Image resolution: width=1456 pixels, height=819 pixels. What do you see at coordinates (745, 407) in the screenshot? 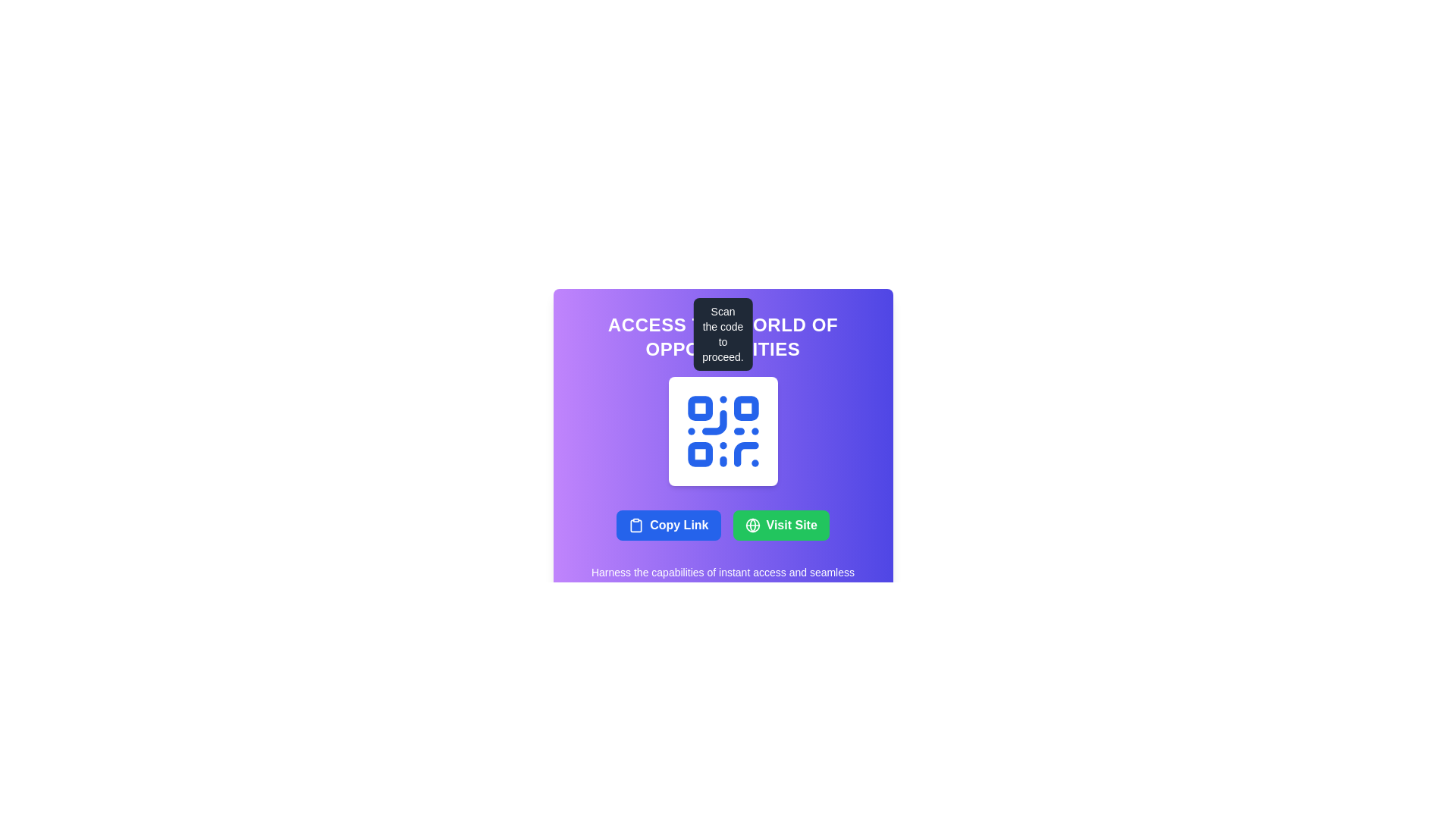
I see `the second square in the top row of the QR code design, which is a graphical rectangular icon with rounded corners, positioned to the right of the first square` at bounding box center [745, 407].